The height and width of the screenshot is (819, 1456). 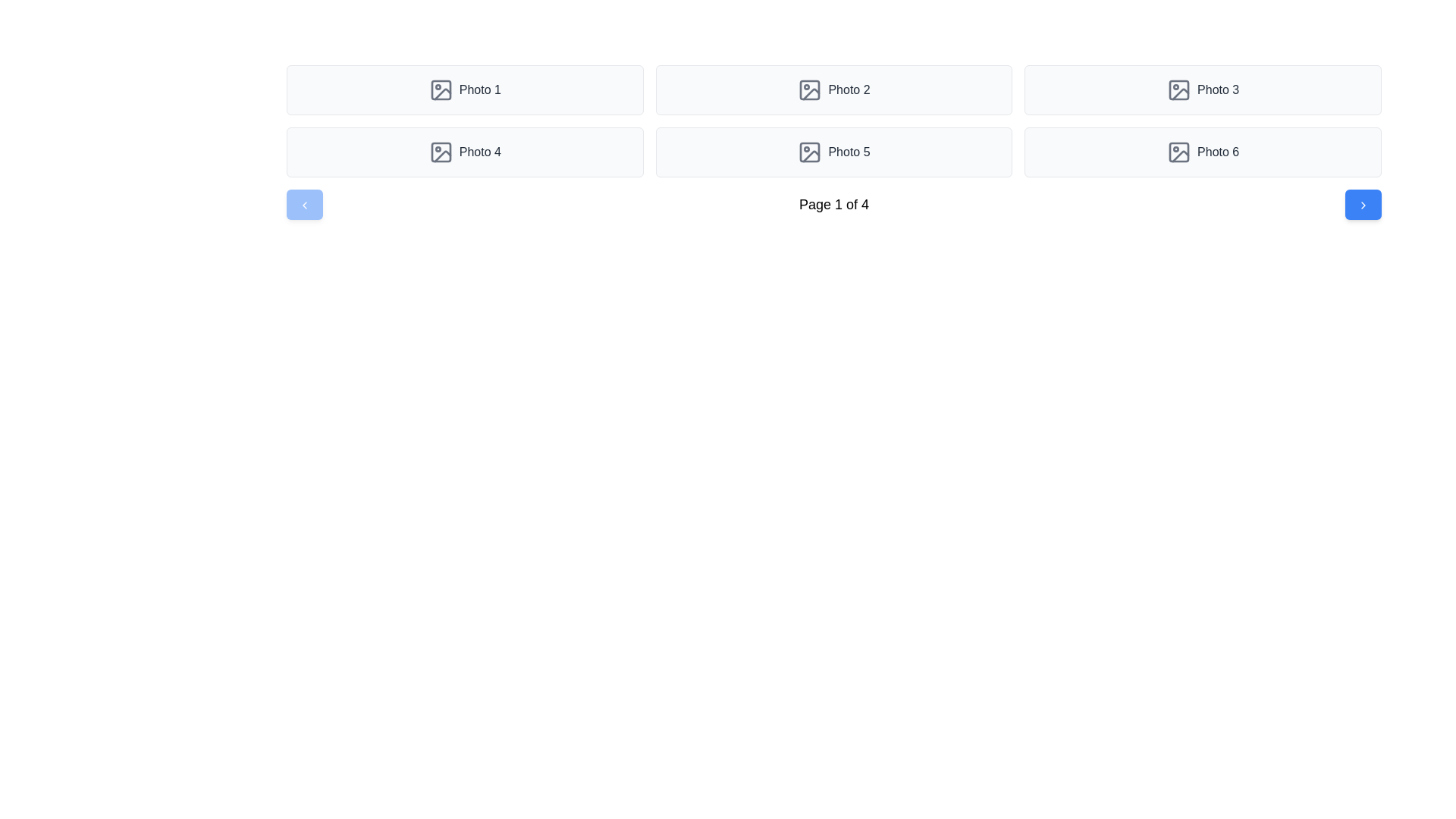 What do you see at coordinates (833, 90) in the screenshot?
I see `the button labeled 'Photo 2' using keyboard navigation` at bounding box center [833, 90].